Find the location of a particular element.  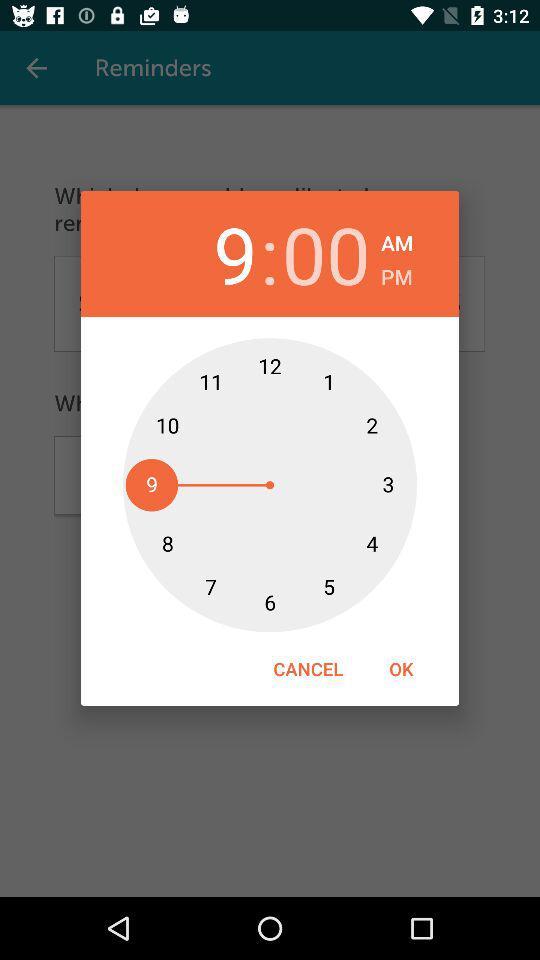

icon below am item is located at coordinates (396, 273).